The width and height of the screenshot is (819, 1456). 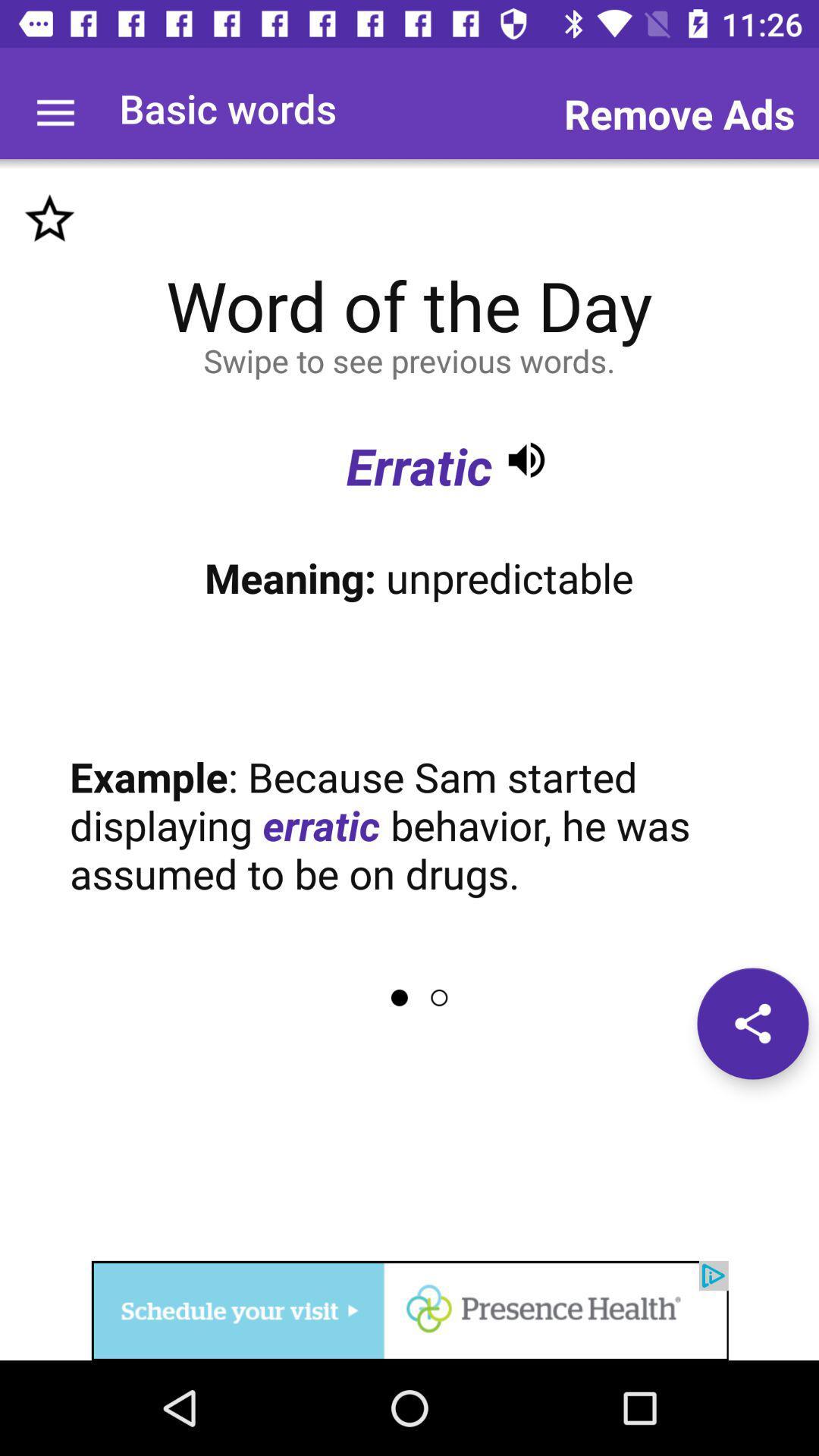 What do you see at coordinates (752, 1023) in the screenshot?
I see `share` at bounding box center [752, 1023].